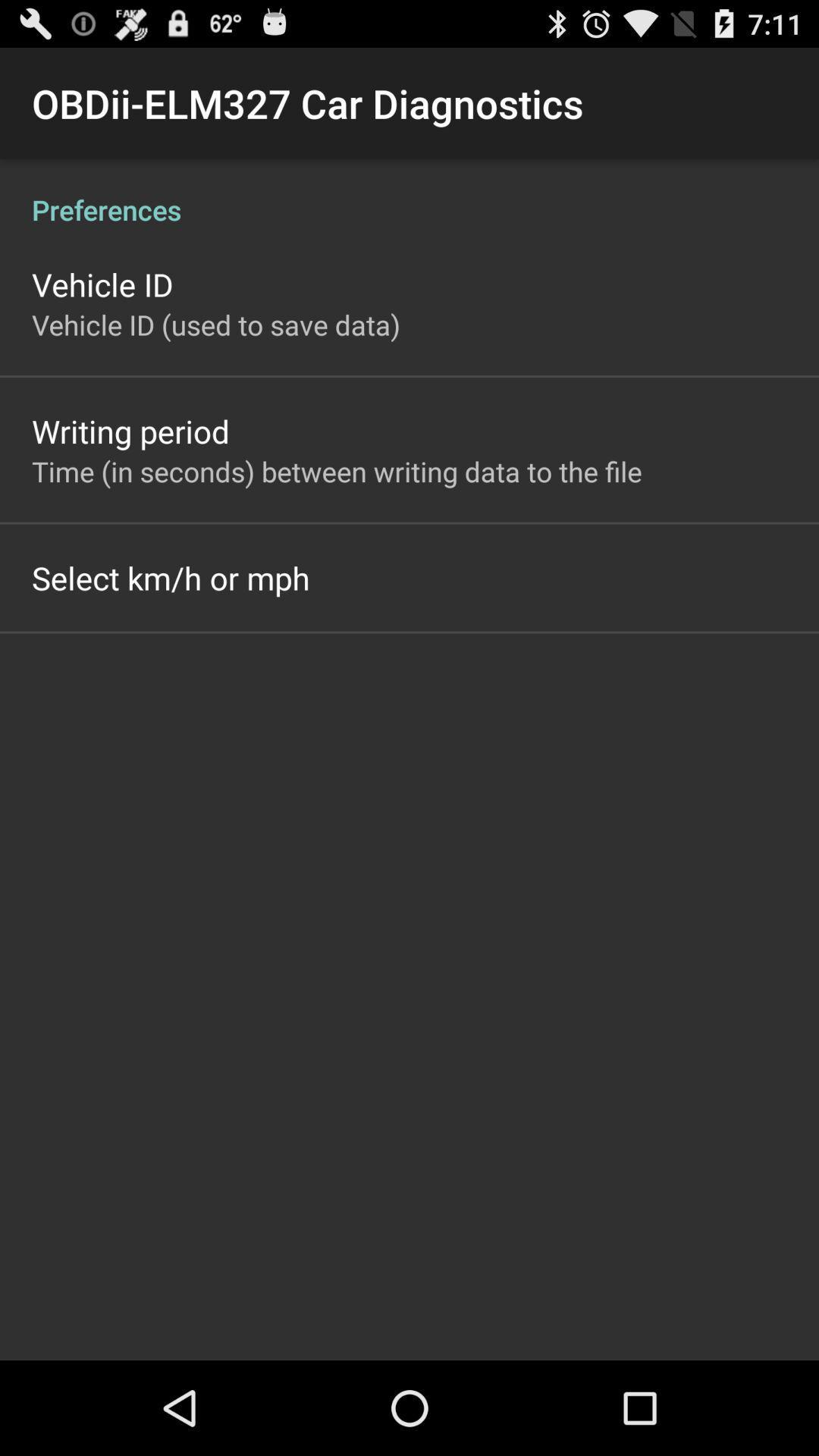 Image resolution: width=819 pixels, height=1456 pixels. I want to click on select km h icon, so click(171, 577).